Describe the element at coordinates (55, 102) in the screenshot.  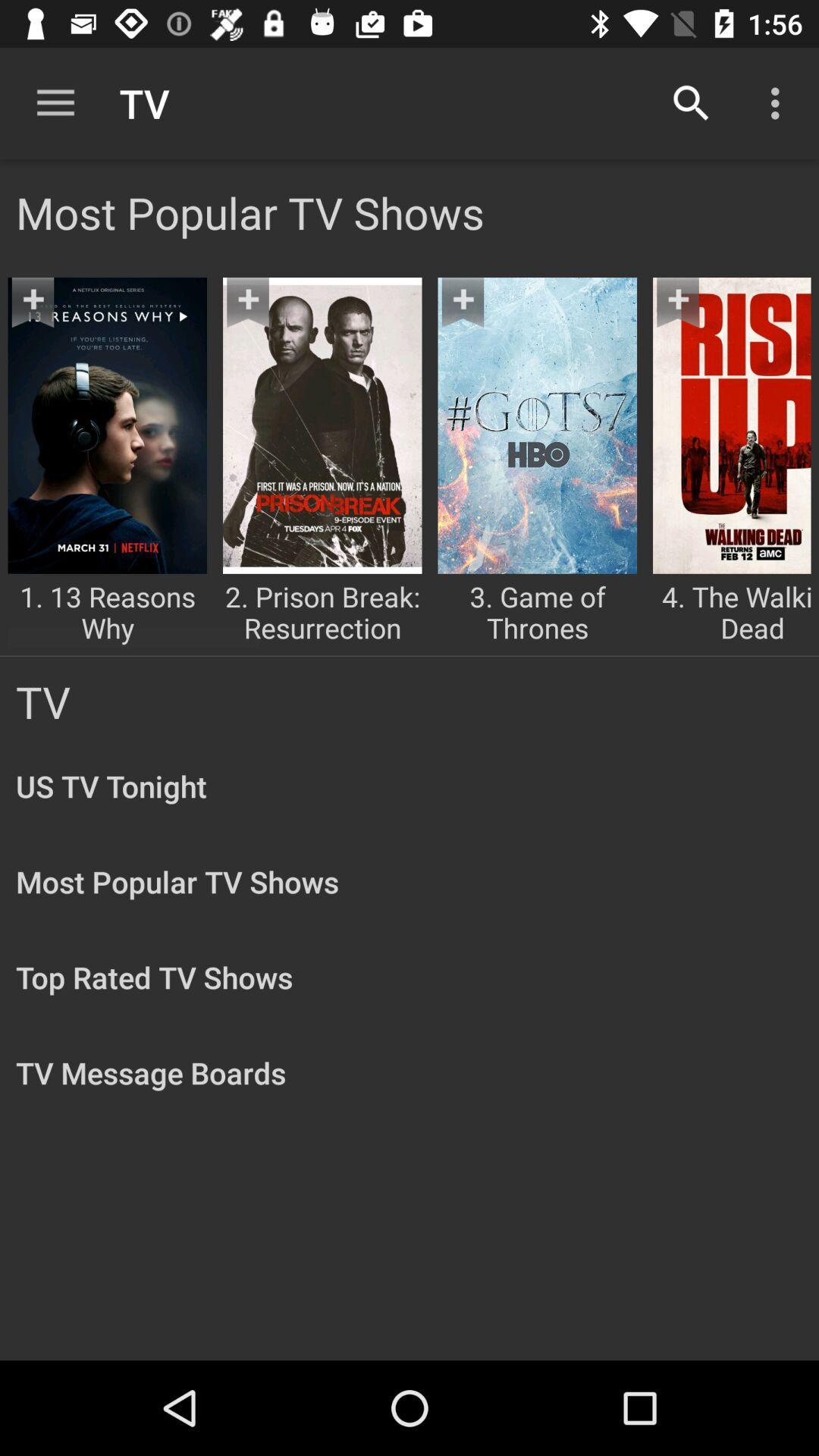
I see `item above most popular tv` at that location.